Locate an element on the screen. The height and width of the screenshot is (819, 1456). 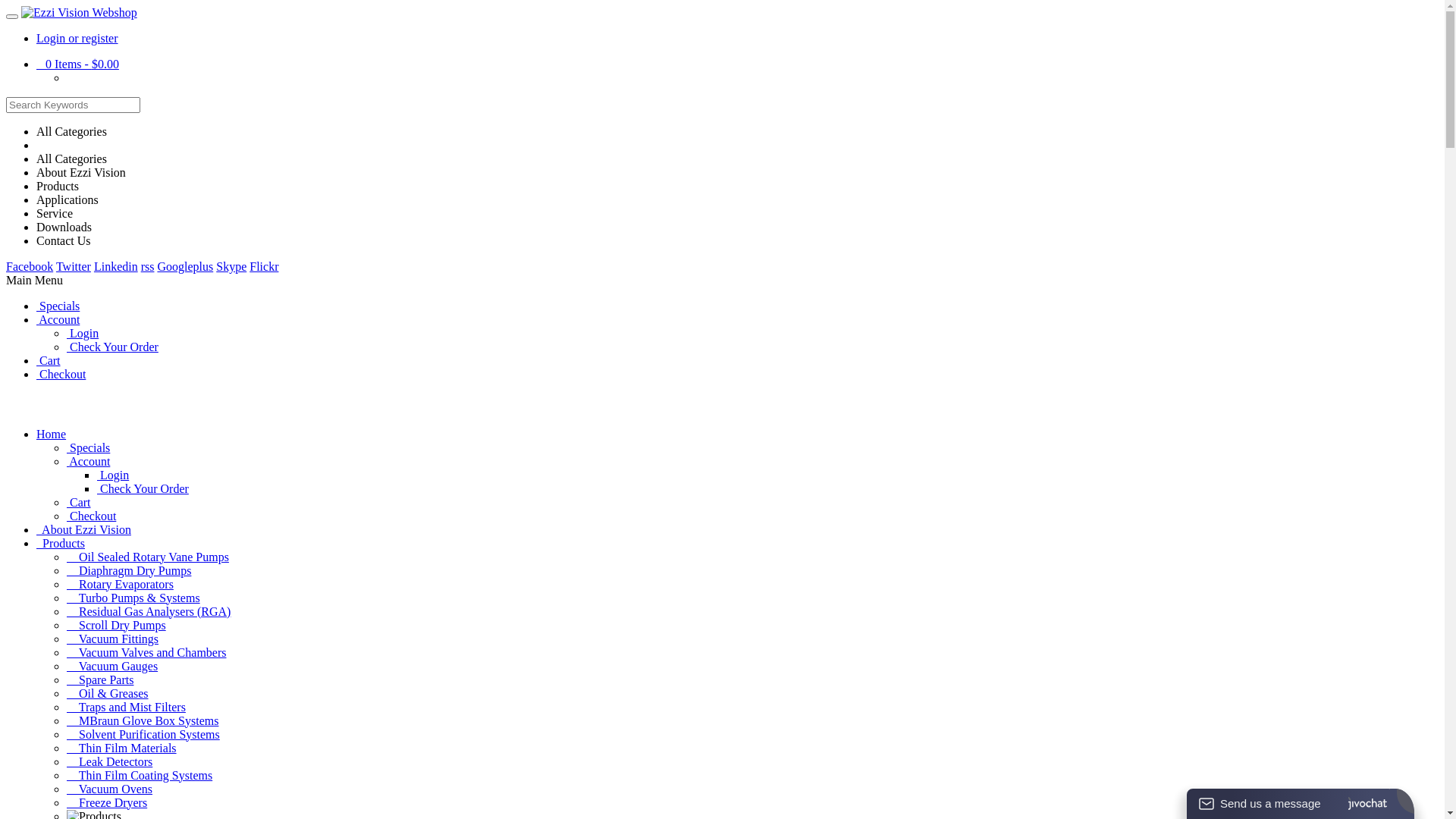
'Ezzi Vision Webshop' is located at coordinates (78, 12).